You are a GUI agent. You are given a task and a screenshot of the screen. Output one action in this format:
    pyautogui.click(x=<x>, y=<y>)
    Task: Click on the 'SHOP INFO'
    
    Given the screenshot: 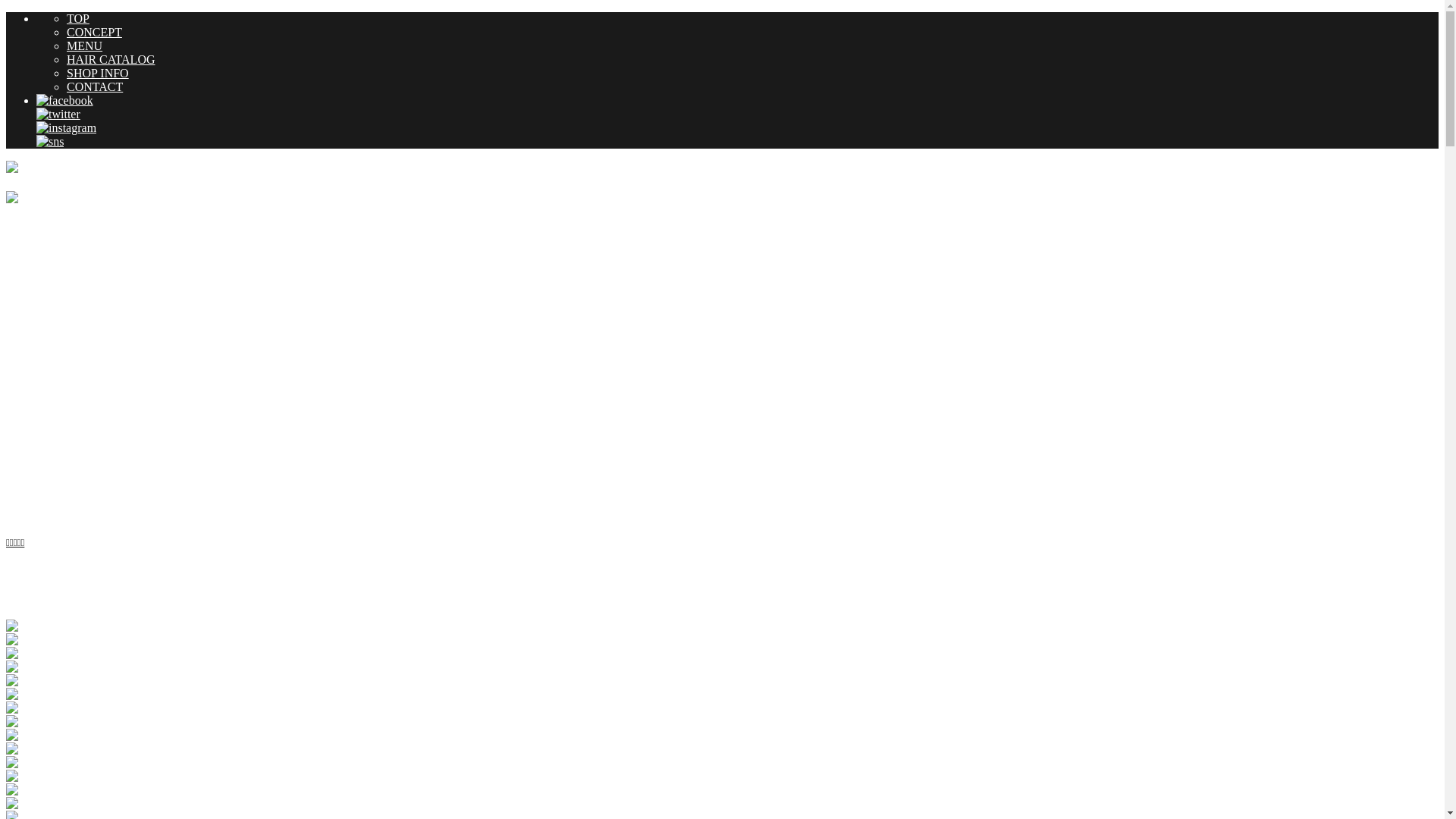 What is the action you would take?
    pyautogui.click(x=97, y=73)
    